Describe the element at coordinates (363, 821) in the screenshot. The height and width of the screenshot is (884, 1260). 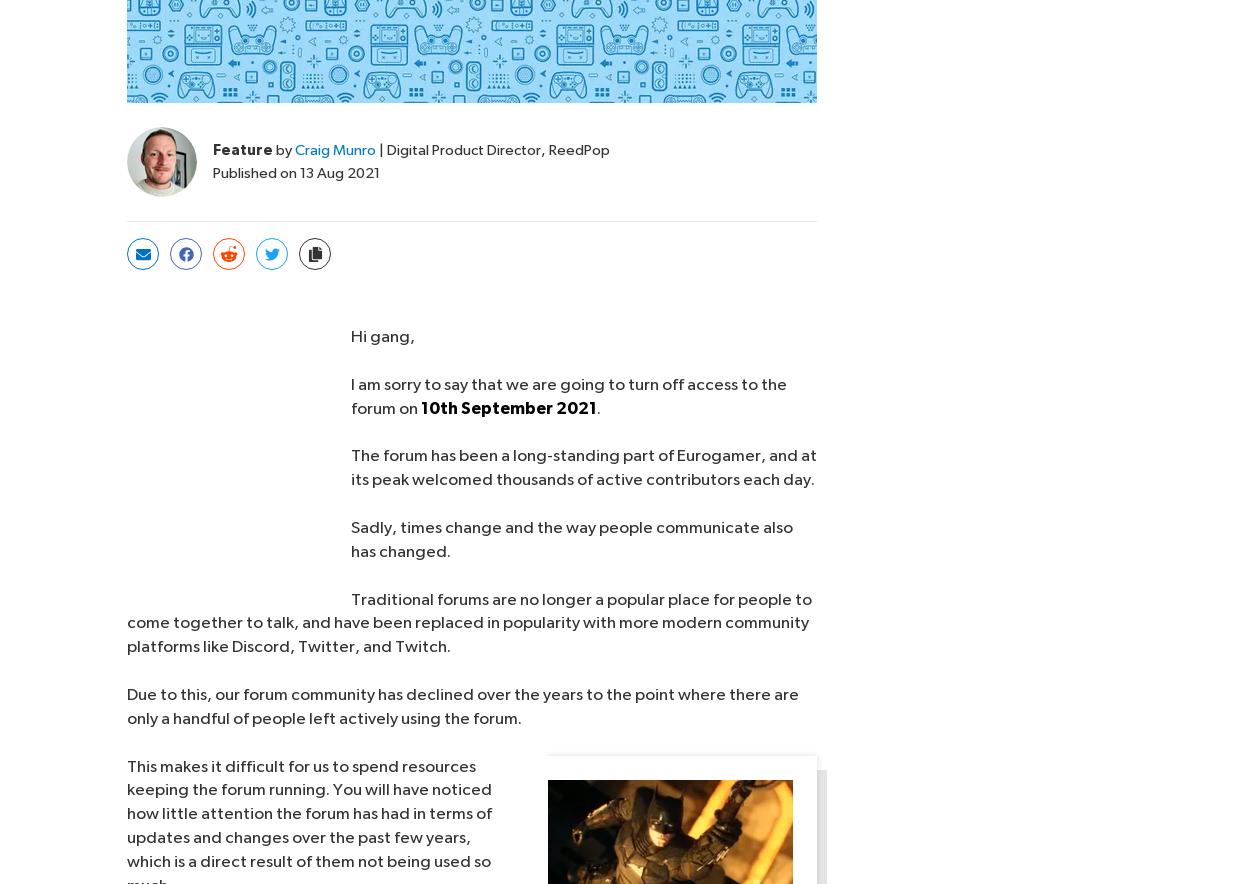
I see `'Reviews'` at that location.